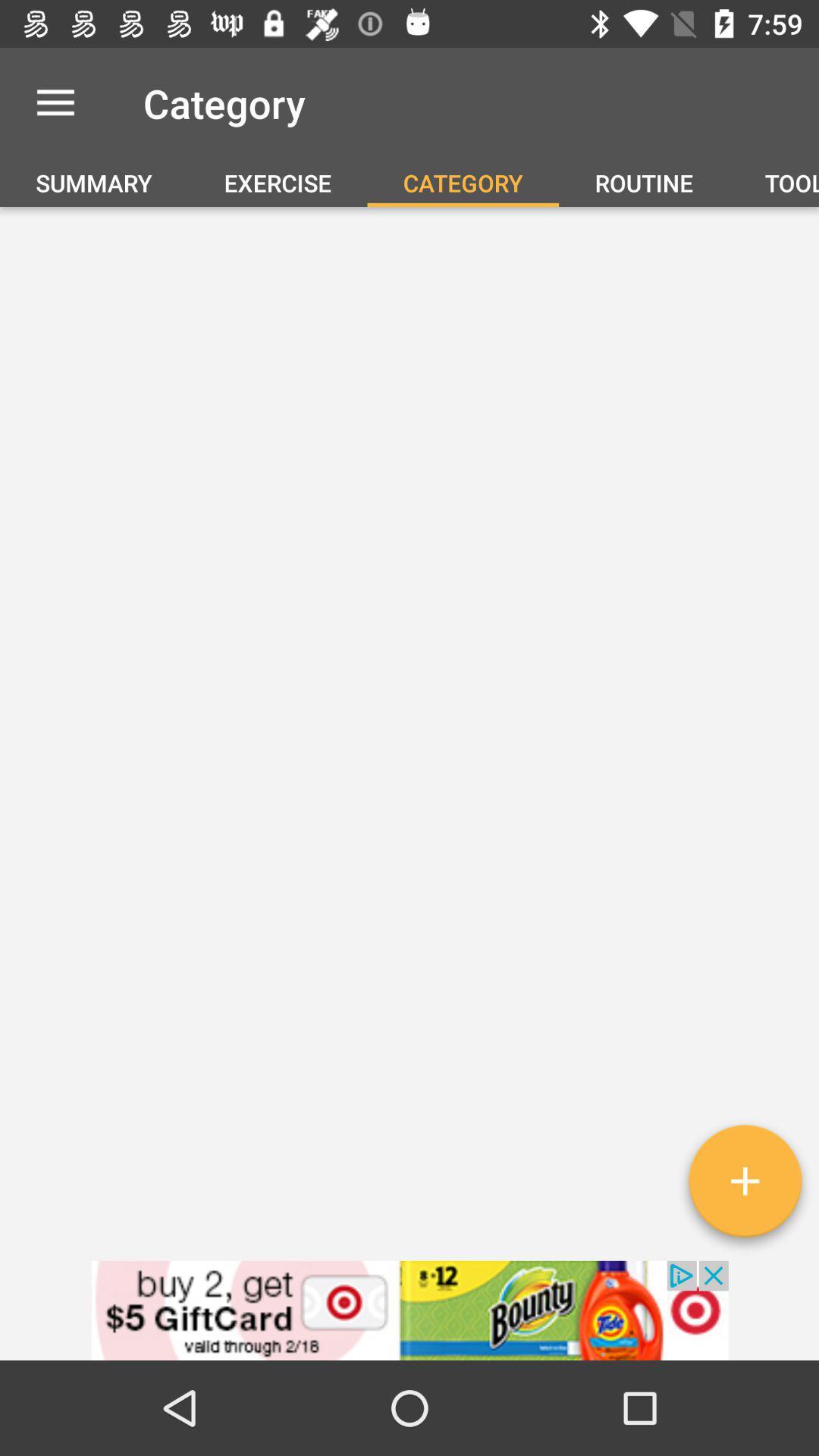 Image resolution: width=819 pixels, height=1456 pixels. I want to click on the add icon, so click(744, 1186).